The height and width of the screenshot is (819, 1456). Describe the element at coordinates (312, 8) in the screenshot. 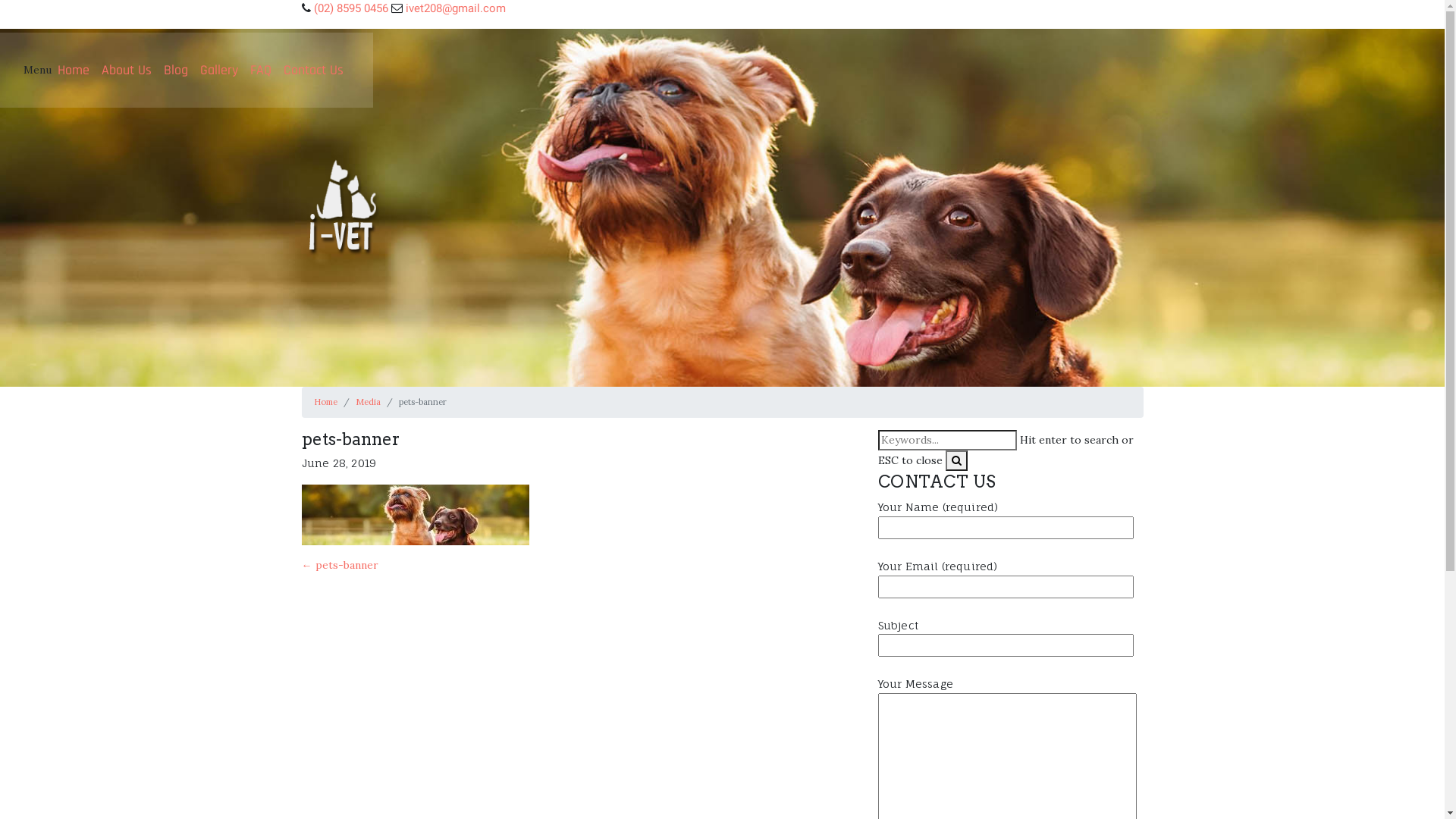

I see `'(02) 8595 0456'` at that location.